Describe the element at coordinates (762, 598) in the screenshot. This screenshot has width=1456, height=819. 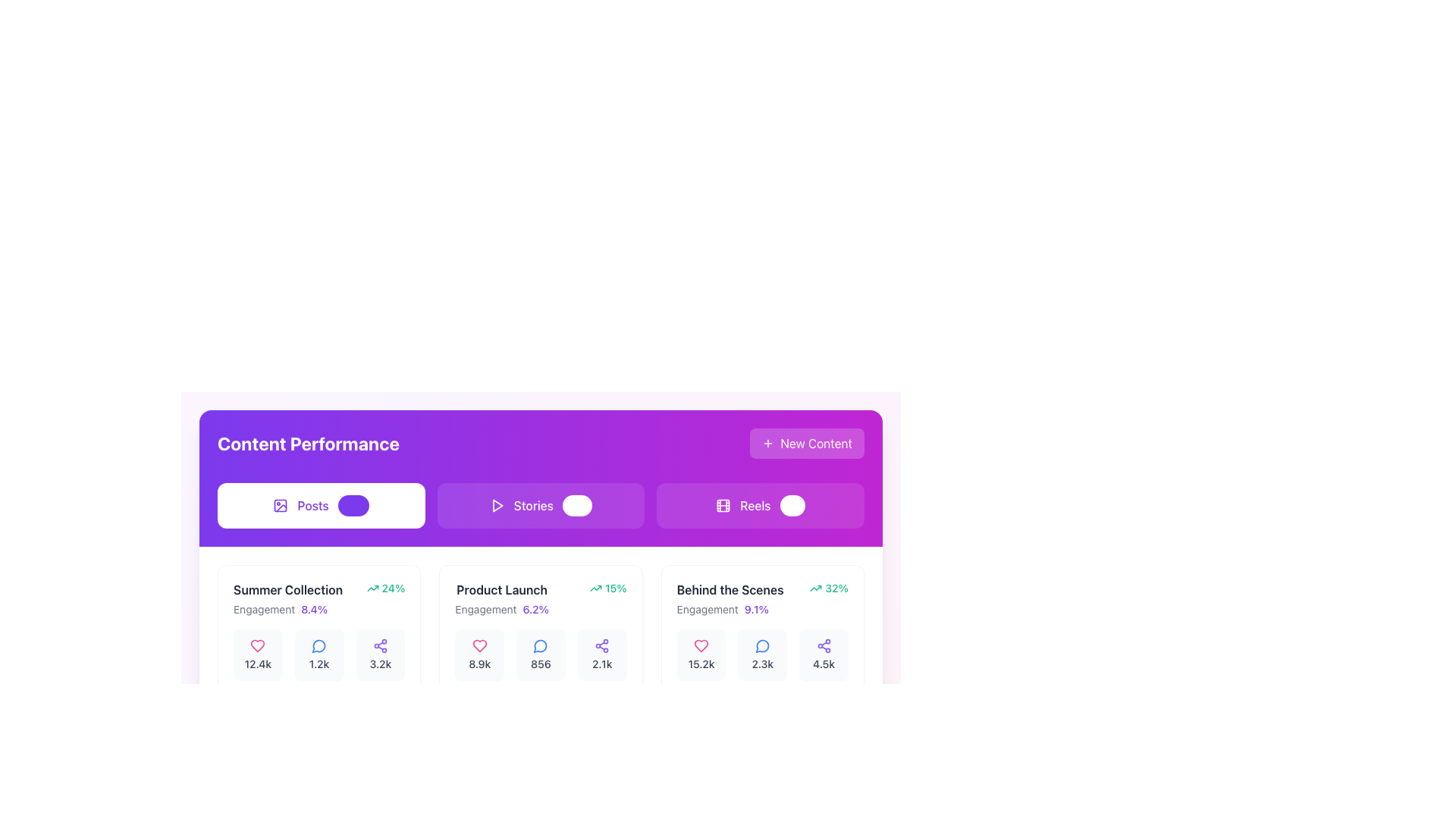
I see `the Informative Card Header titled 'Behind the Scenes', which displays the engagement indicator '9.1%' in a highlighted purple color, located in the rightmost card under the 'Content Performance' section` at that location.